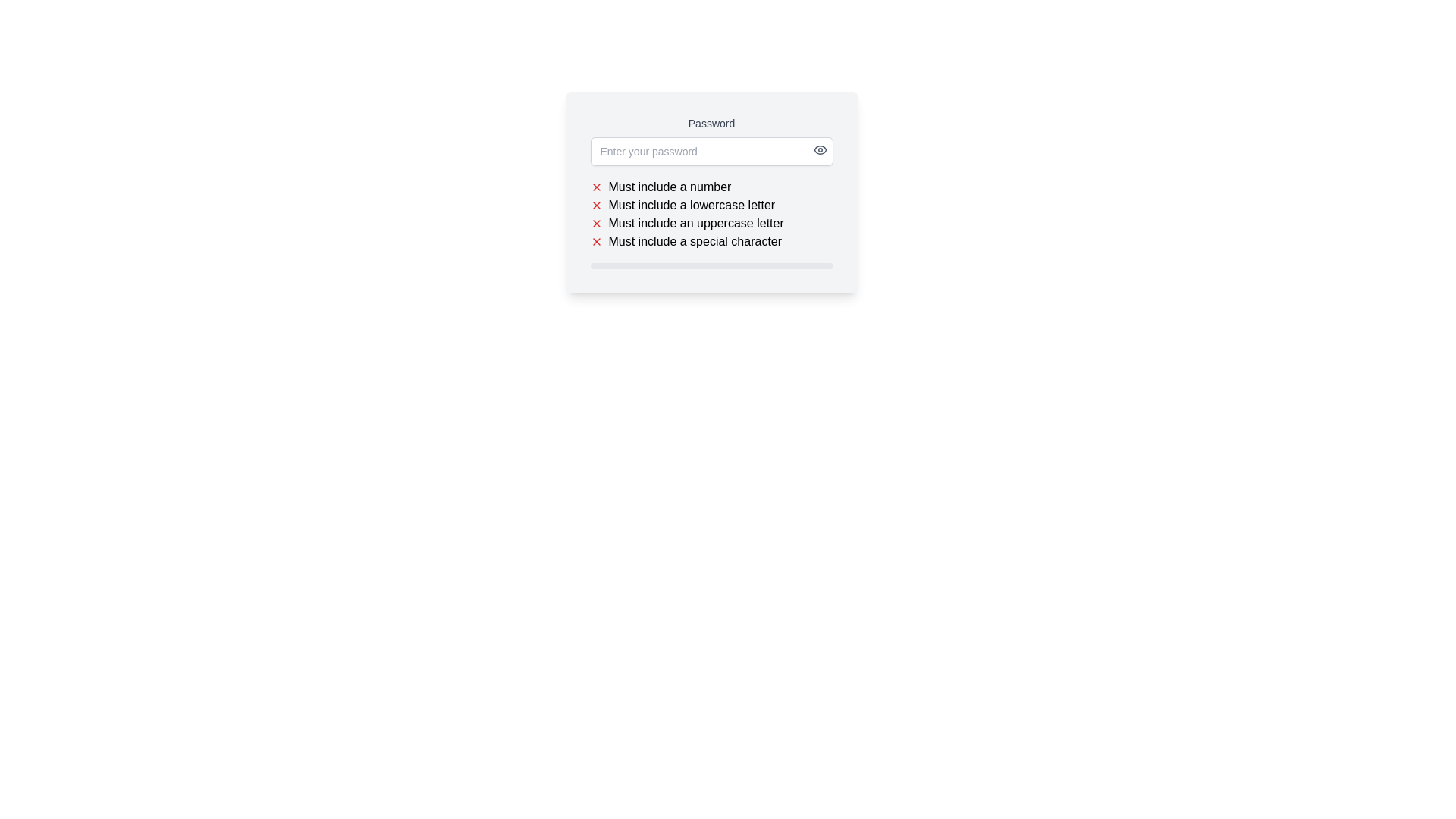 The width and height of the screenshot is (1456, 819). I want to click on the fourth item in the vertical list of password requirements, which indicates that the password must include a special character and currently does not meet this requirement, so click(694, 241).